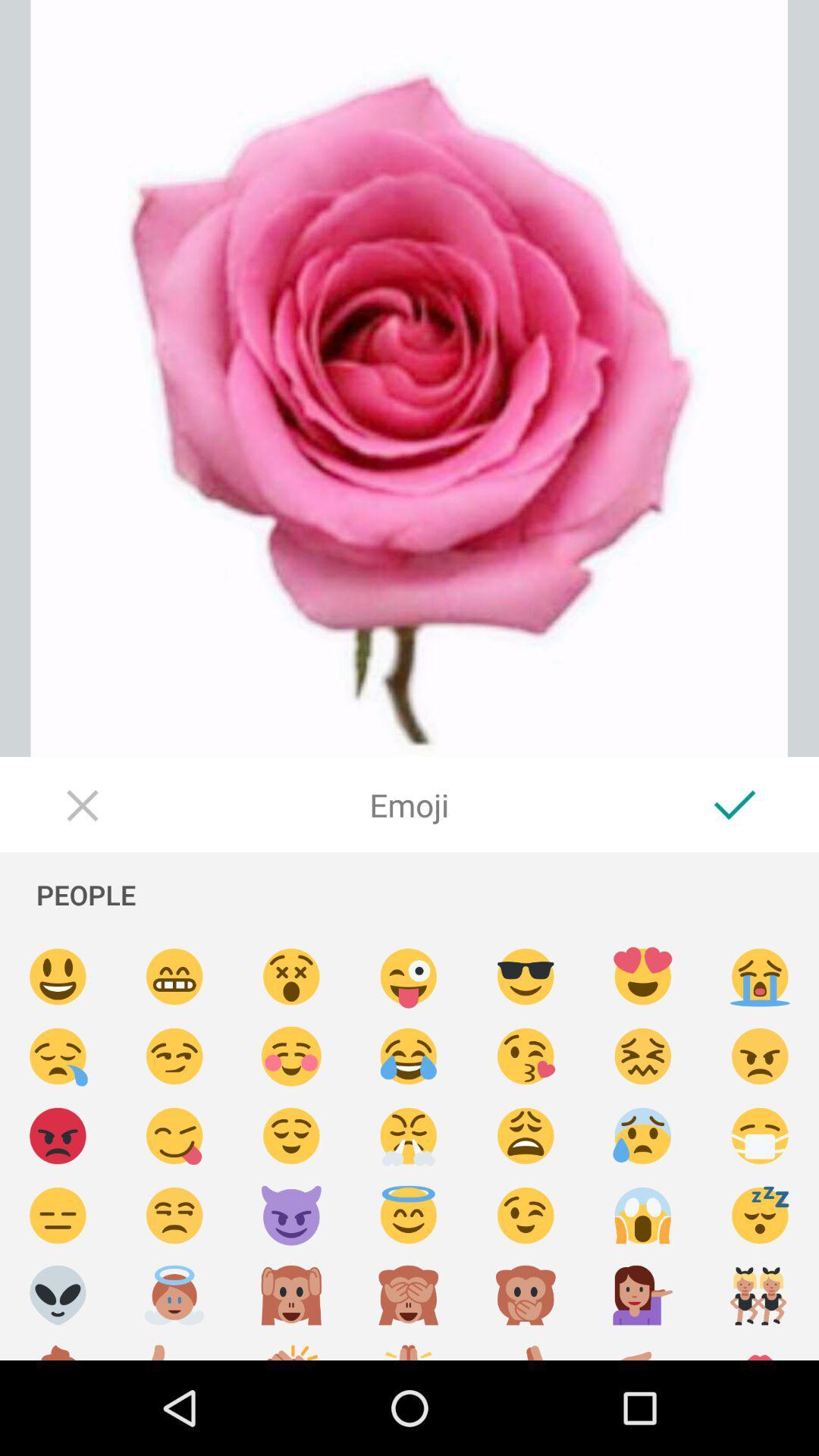 Image resolution: width=819 pixels, height=1456 pixels. What do you see at coordinates (57, 1056) in the screenshot?
I see `emoji` at bounding box center [57, 1056].